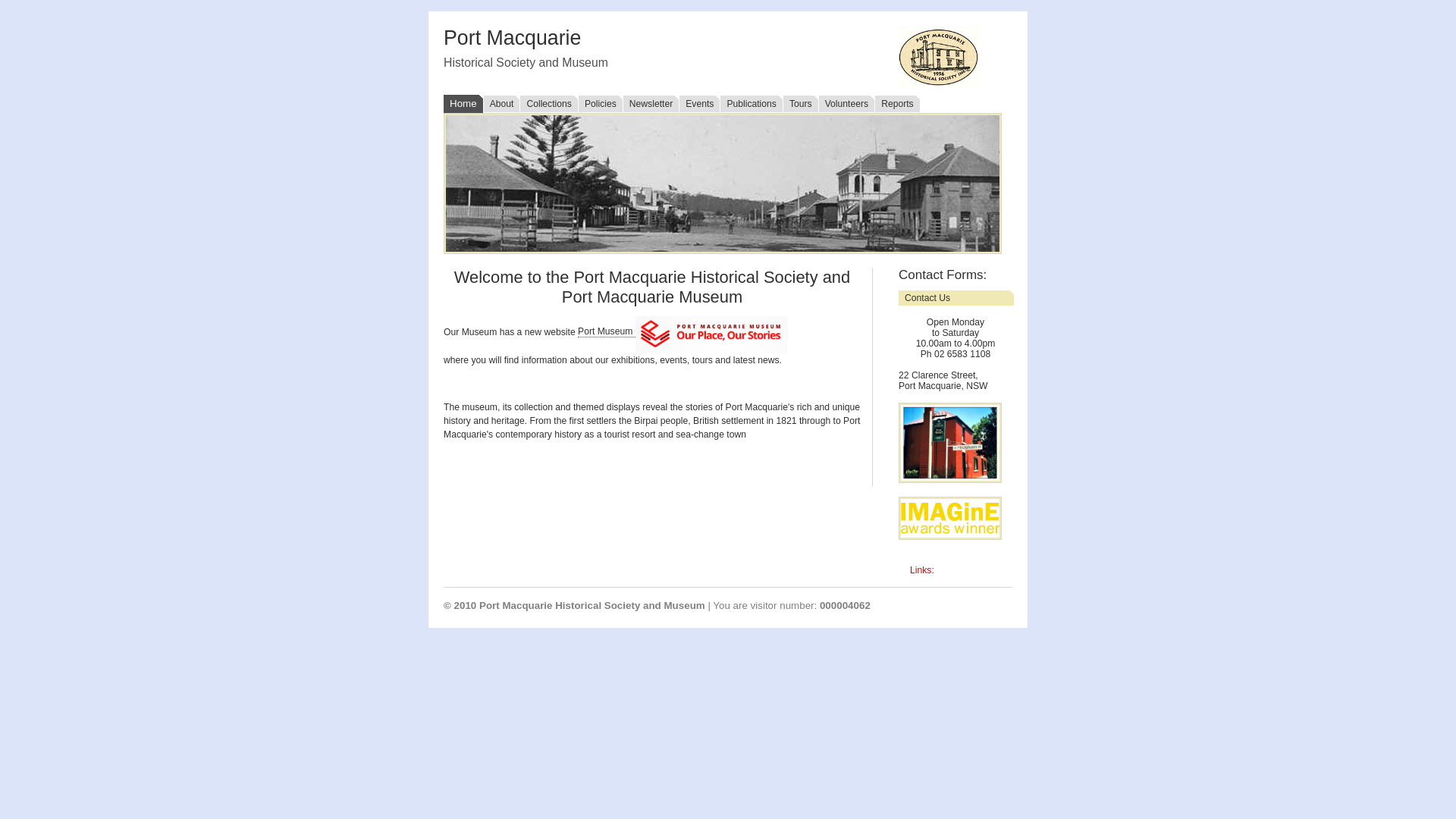  What do you see at coordinates (519, 103) in the screenshot?
I see `'Collections'` at bounding box center [519, 103].